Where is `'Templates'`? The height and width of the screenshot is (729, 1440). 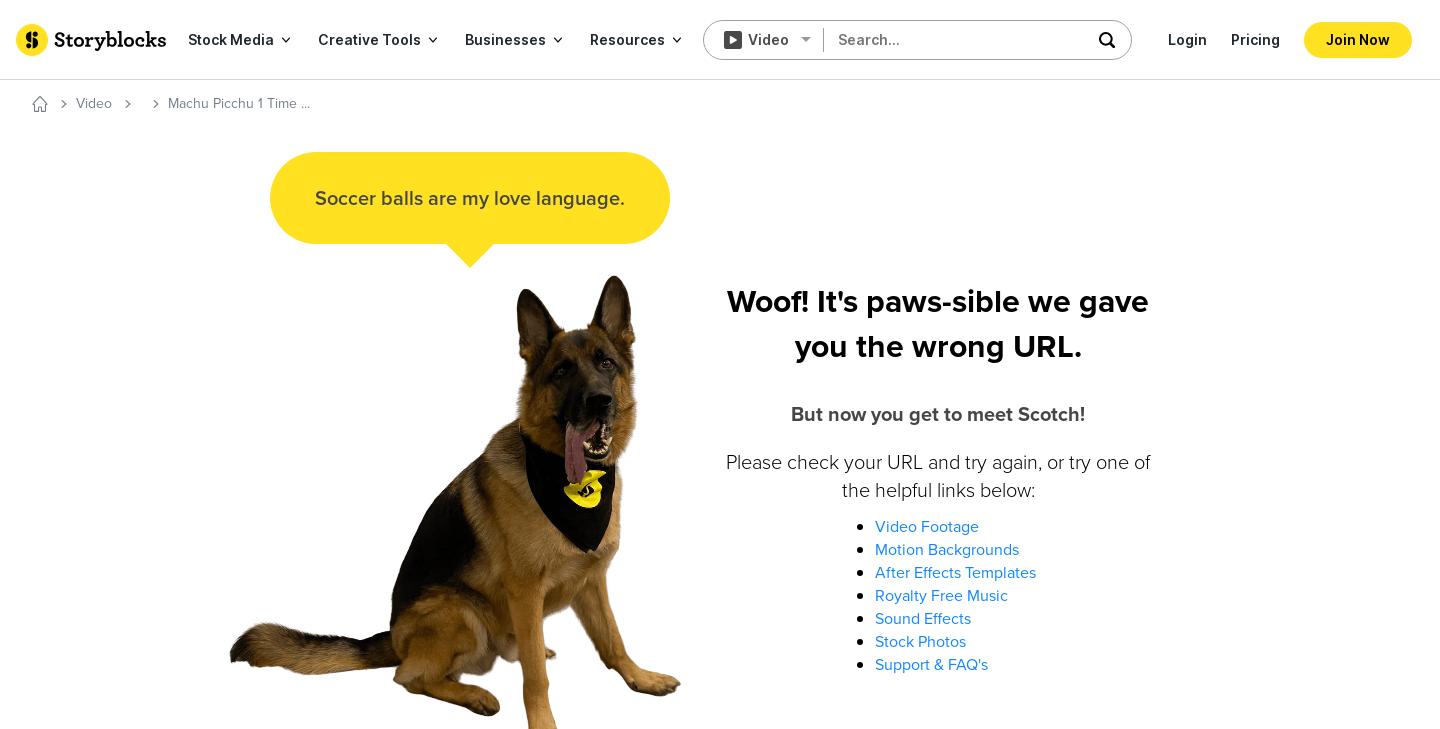
'Templates' is located at coordinates (152, 233).